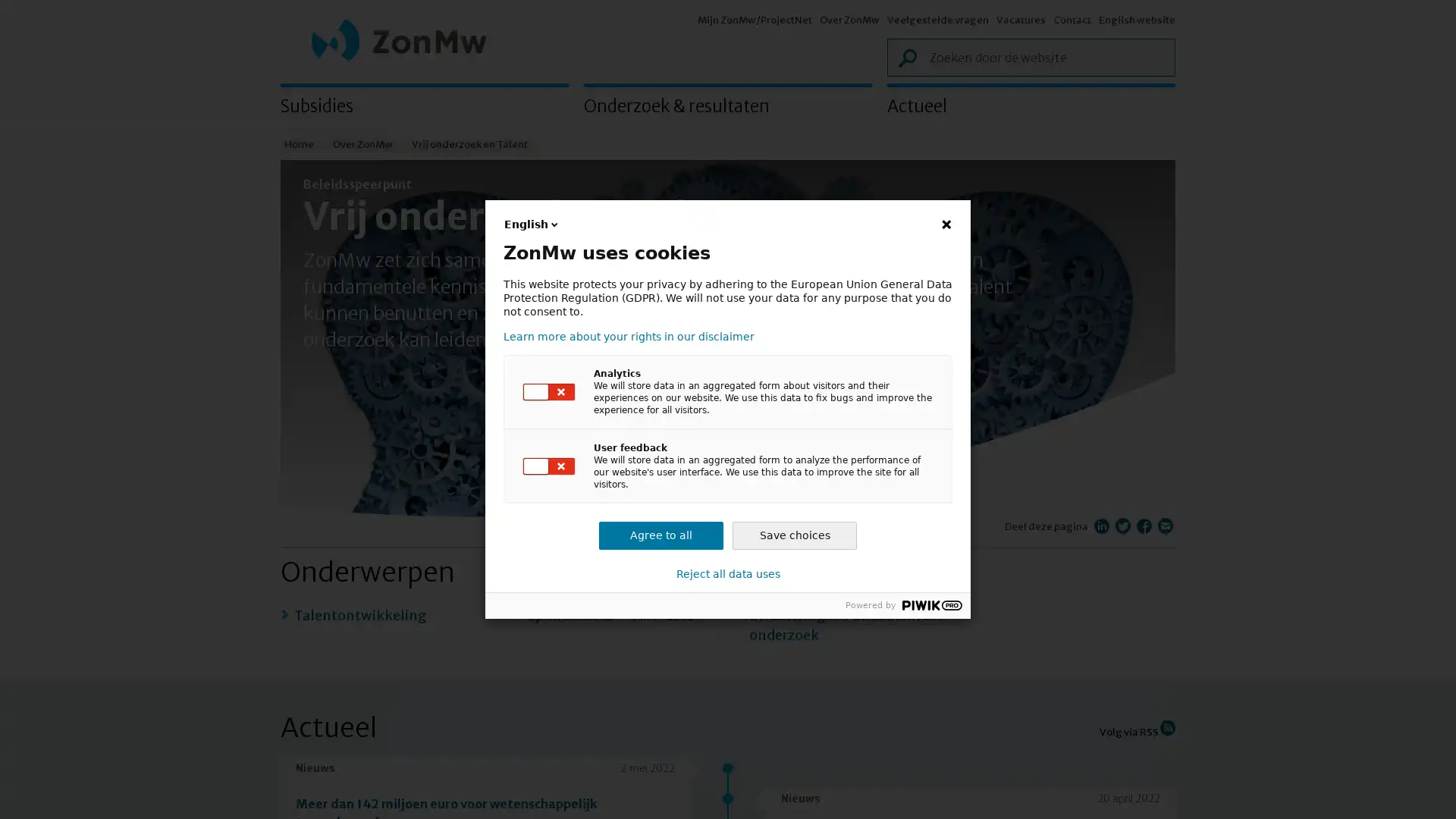 The image size is (1456, 819). What do you see at coordinates (1165, 57) in the screenshot?
I see `Zoek` at bounding box center [1165, 57].